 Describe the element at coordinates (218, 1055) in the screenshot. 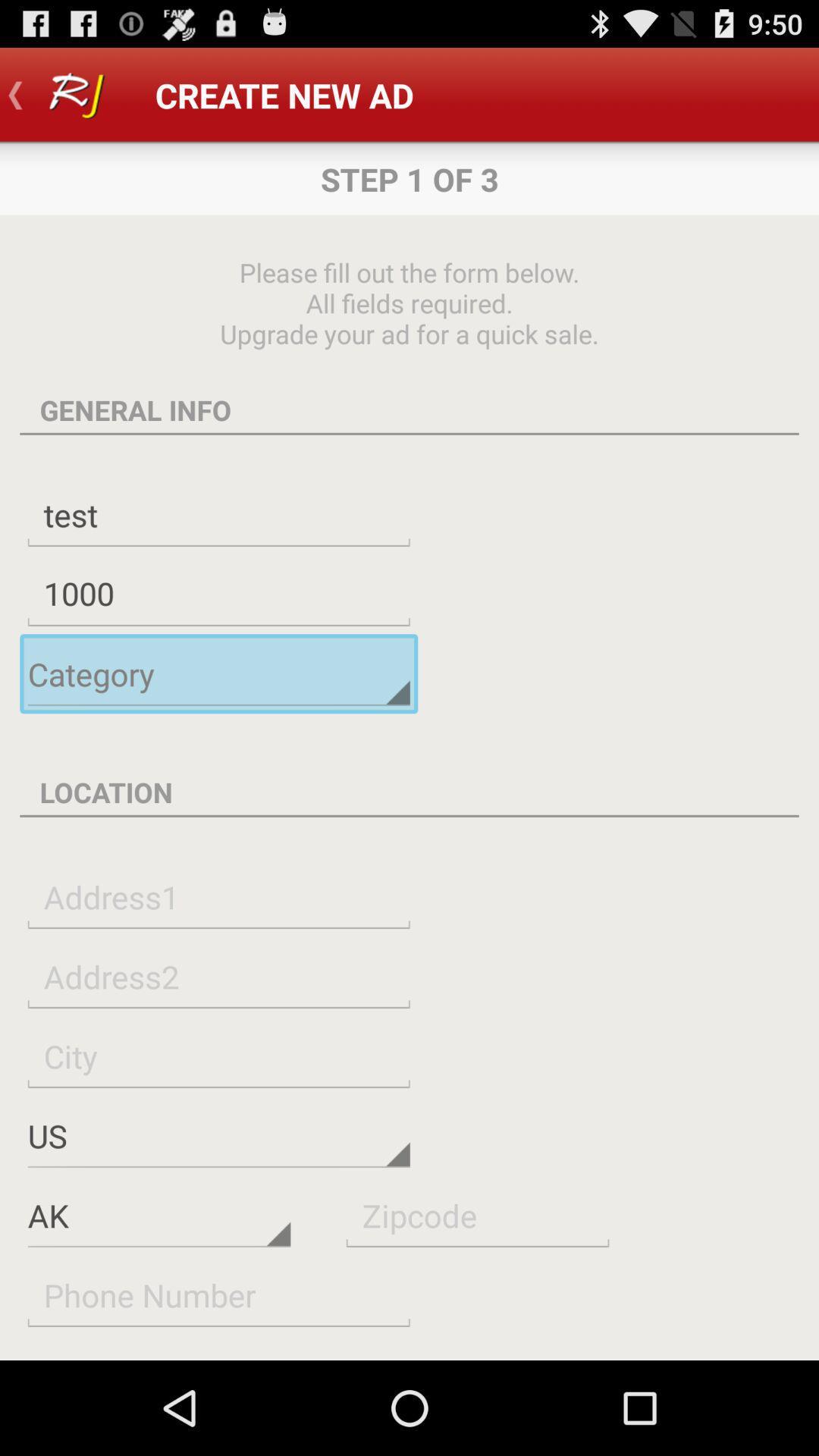

I see `insert city` at that location.